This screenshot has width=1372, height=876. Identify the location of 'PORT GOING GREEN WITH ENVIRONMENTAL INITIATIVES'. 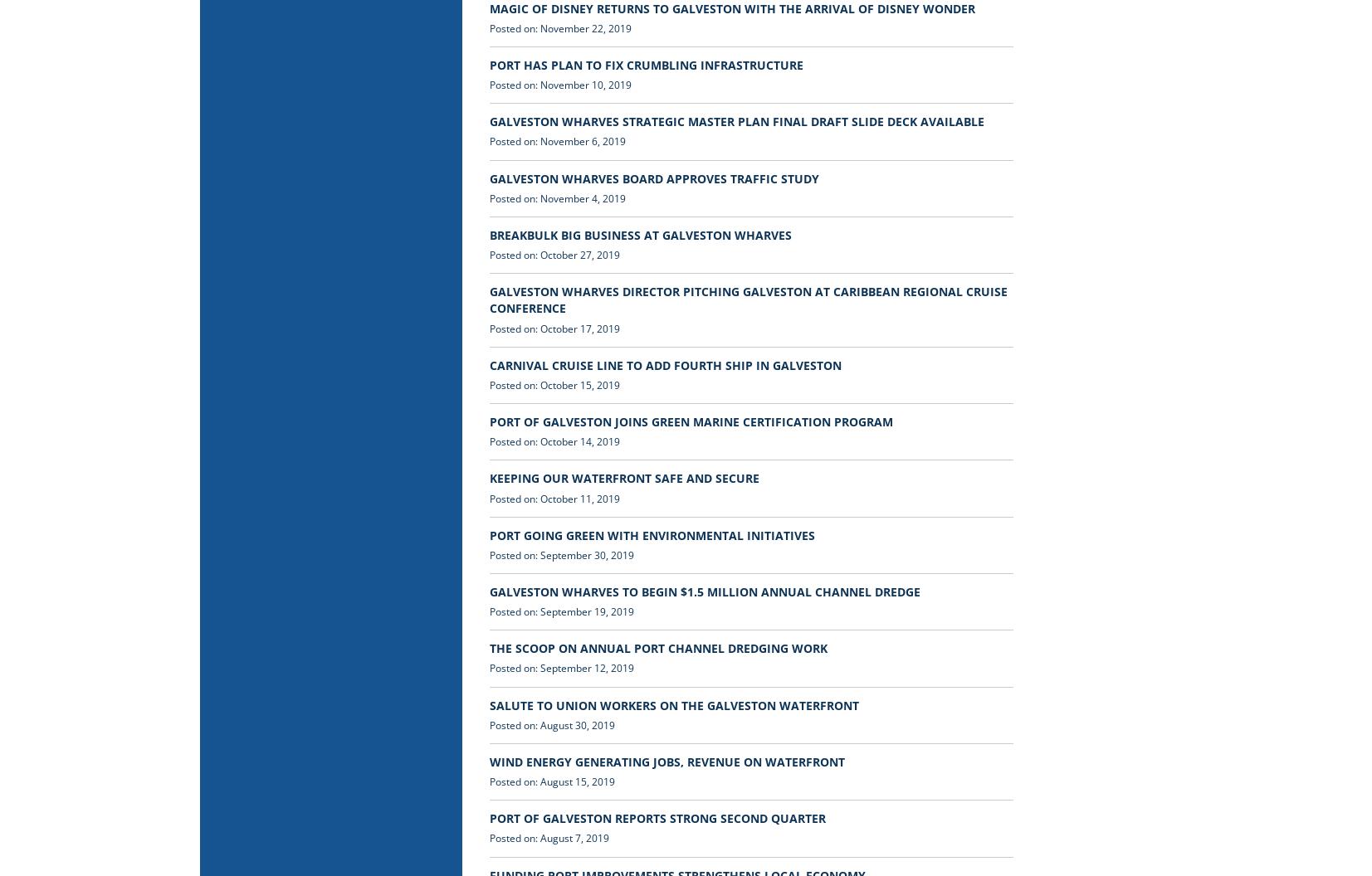
(652, 533).